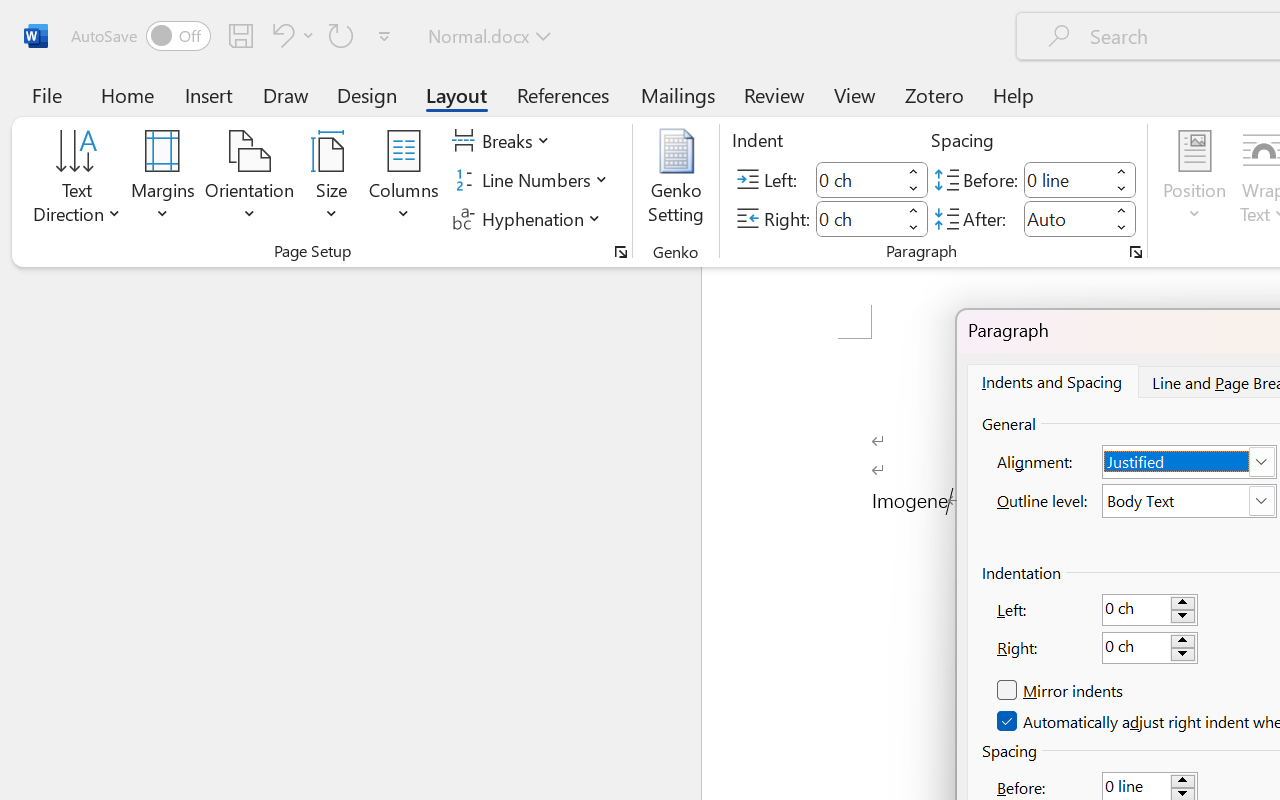  I want to click on 'Spacing After', so click(1065, 218).